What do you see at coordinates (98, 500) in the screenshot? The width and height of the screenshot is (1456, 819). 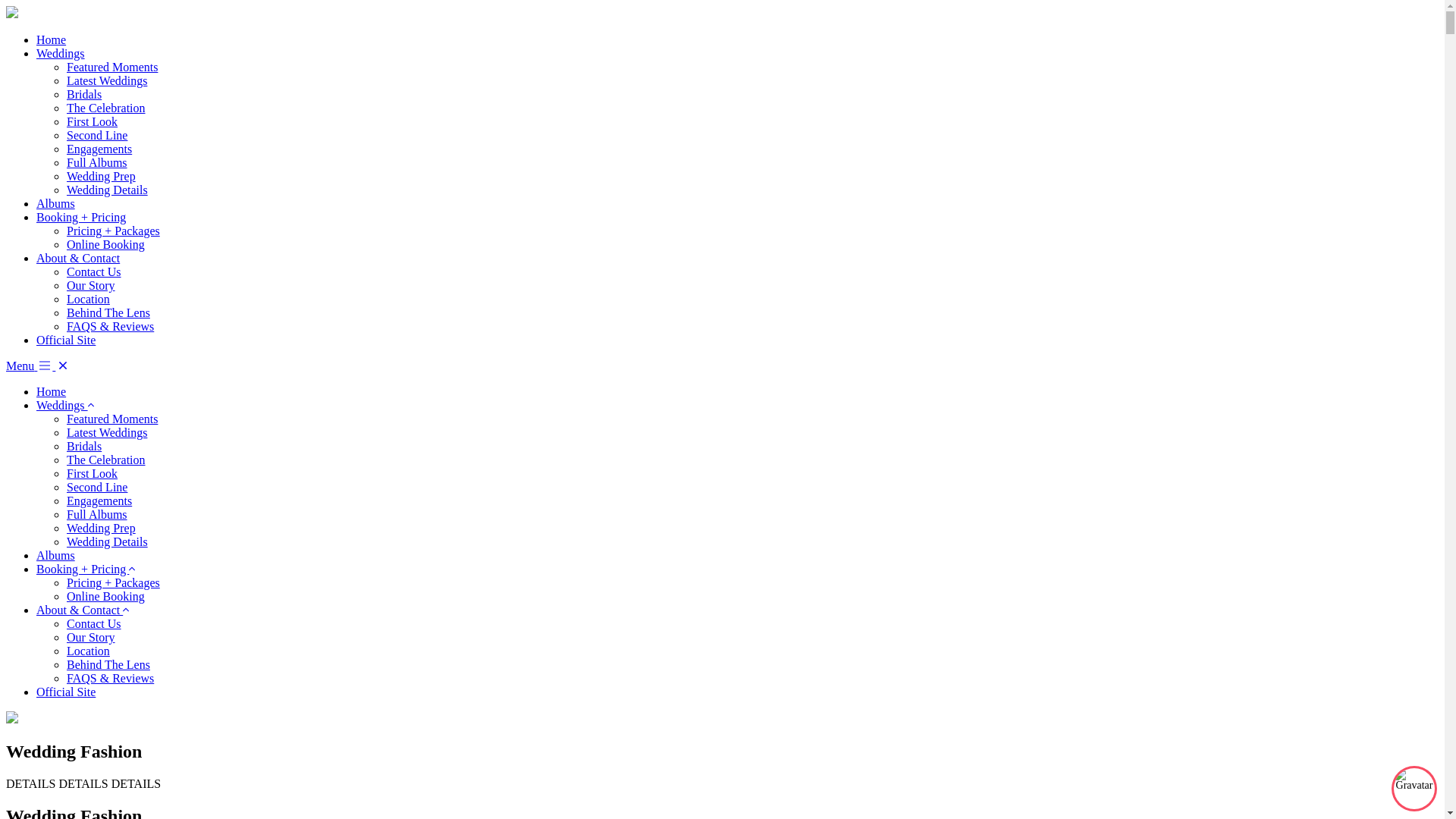 I see `'Engagements'` at bounding box center [98, 500].